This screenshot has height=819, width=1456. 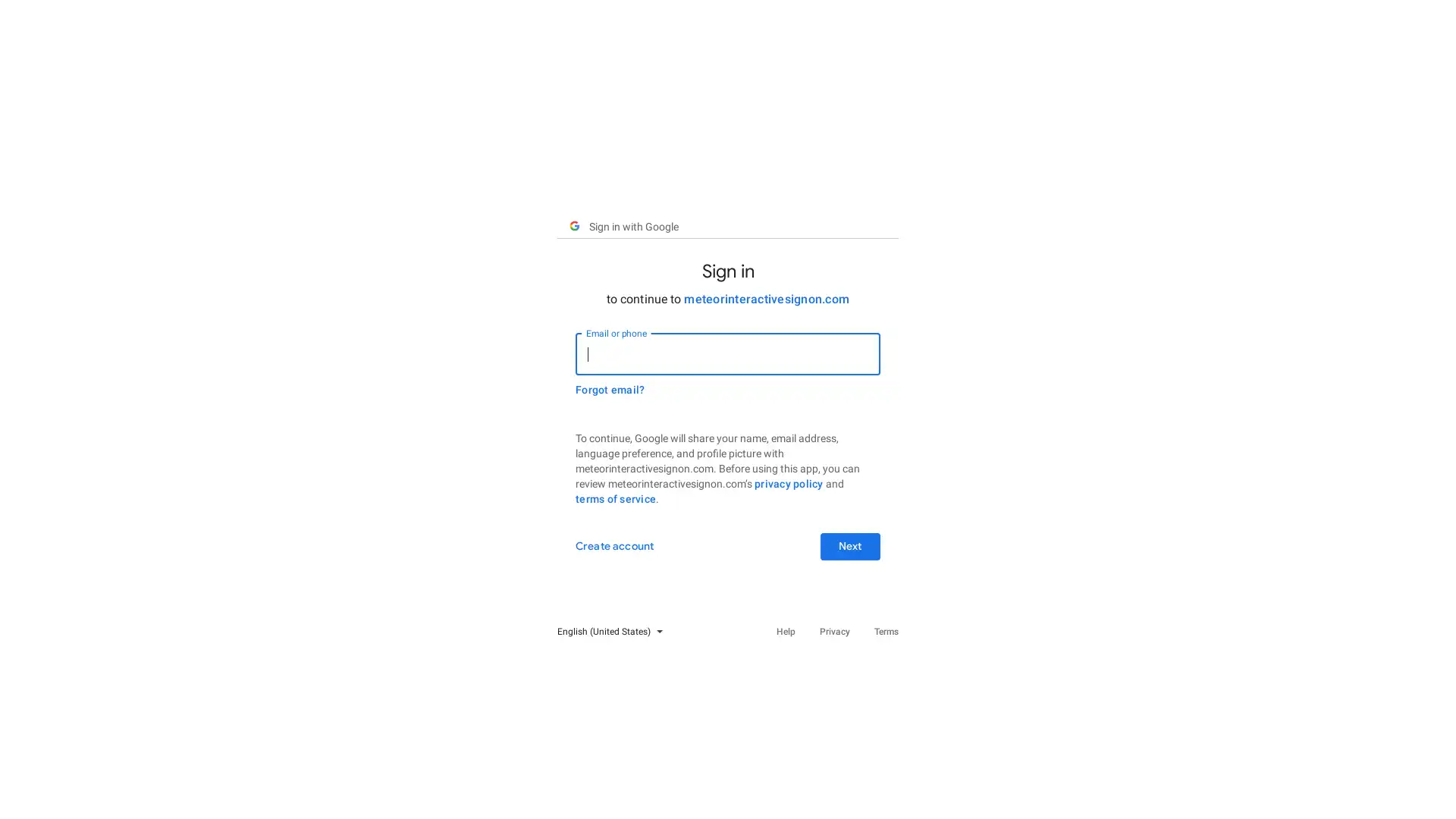 I want to click on Next, so click(x=836, y=555).